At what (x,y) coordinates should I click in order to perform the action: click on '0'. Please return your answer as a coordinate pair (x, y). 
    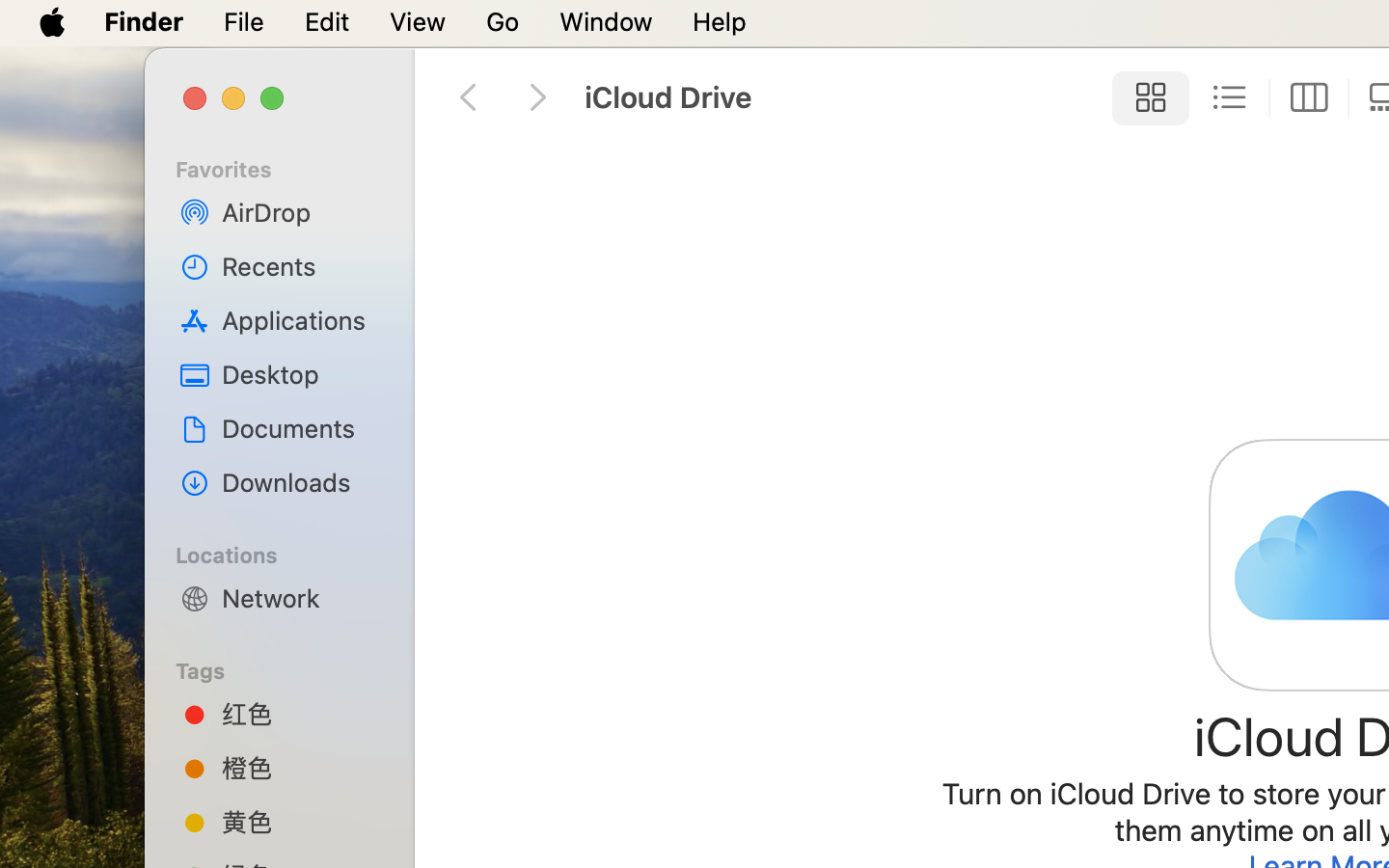
    Looking at the image, I should click on (1308, 96).